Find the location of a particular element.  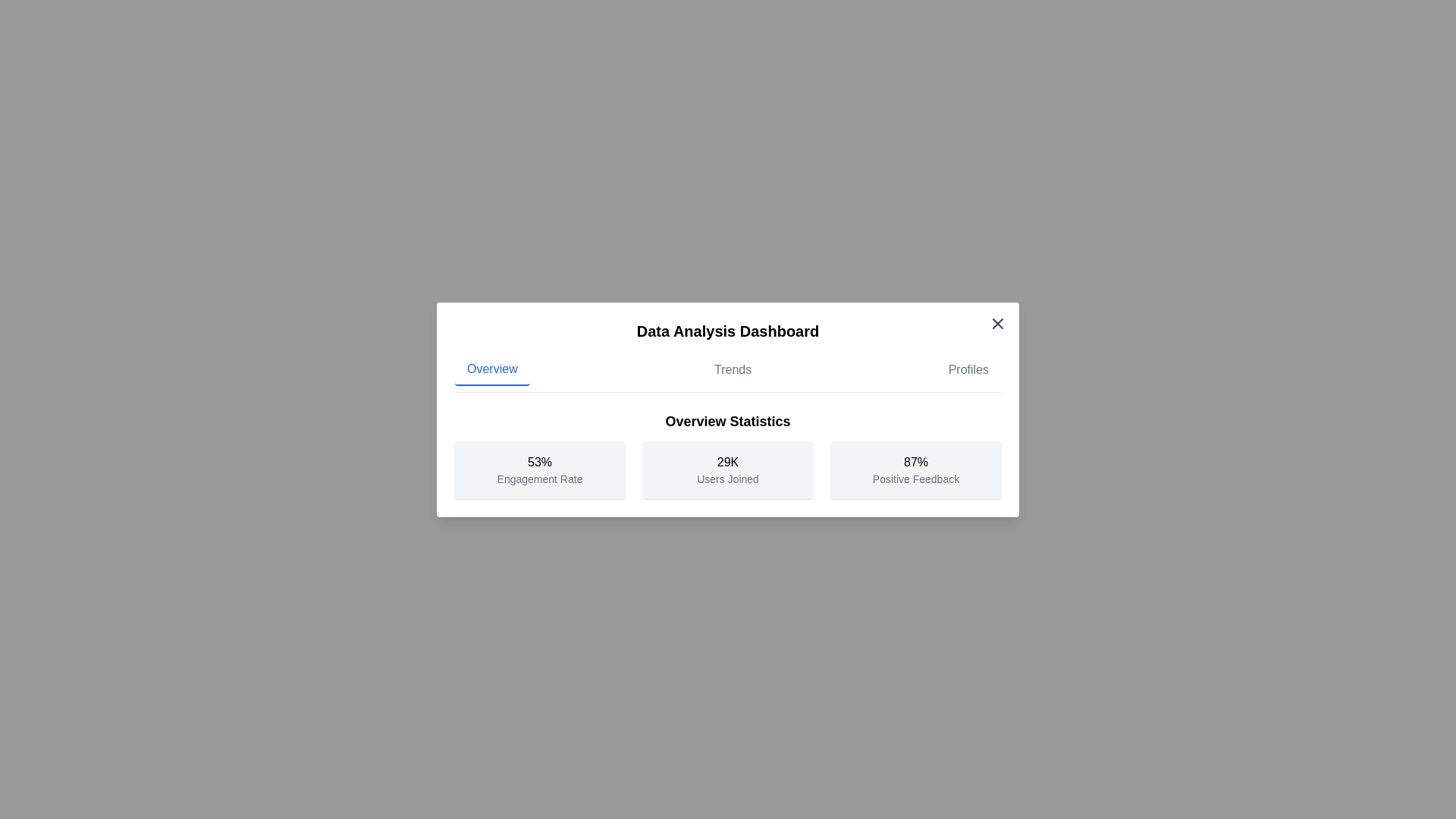

the second tab in the navigation section labeled 'Trends' to switch the display to the Trends view, focusing on trends-related data is located at coordinates (733, 369).